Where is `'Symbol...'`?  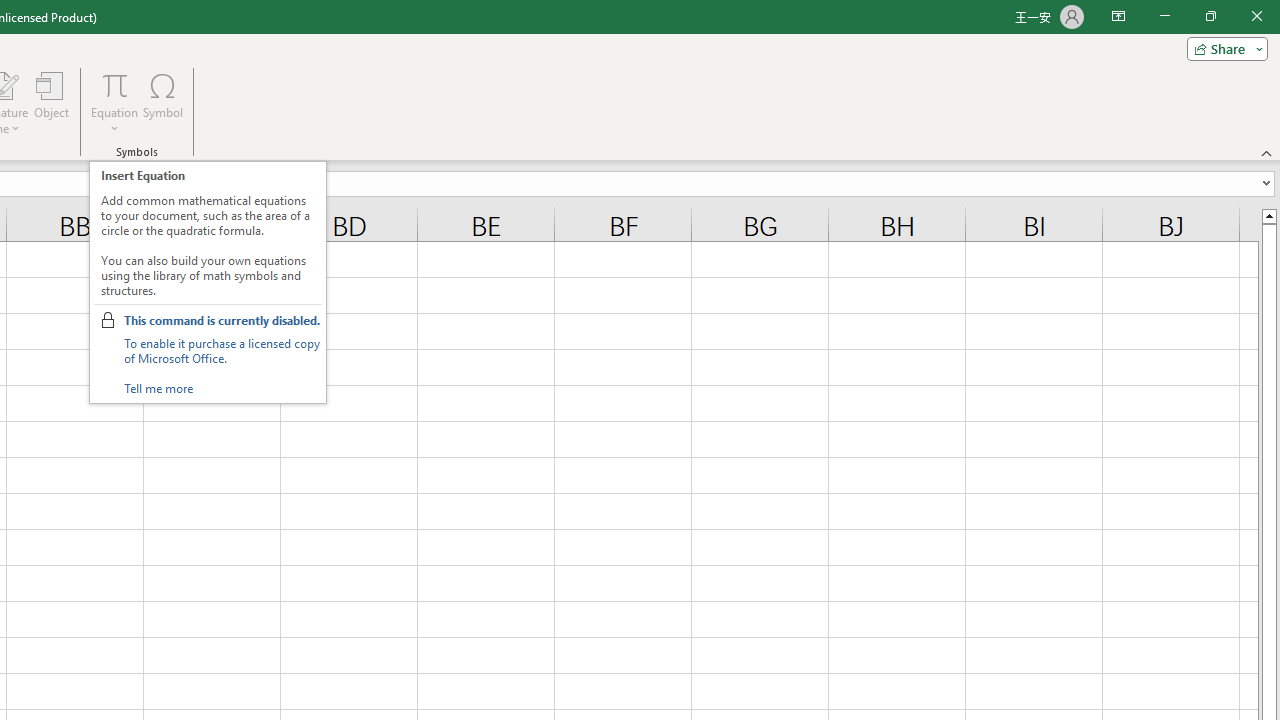 'Symbol...' is located at coordinates (163, 103).